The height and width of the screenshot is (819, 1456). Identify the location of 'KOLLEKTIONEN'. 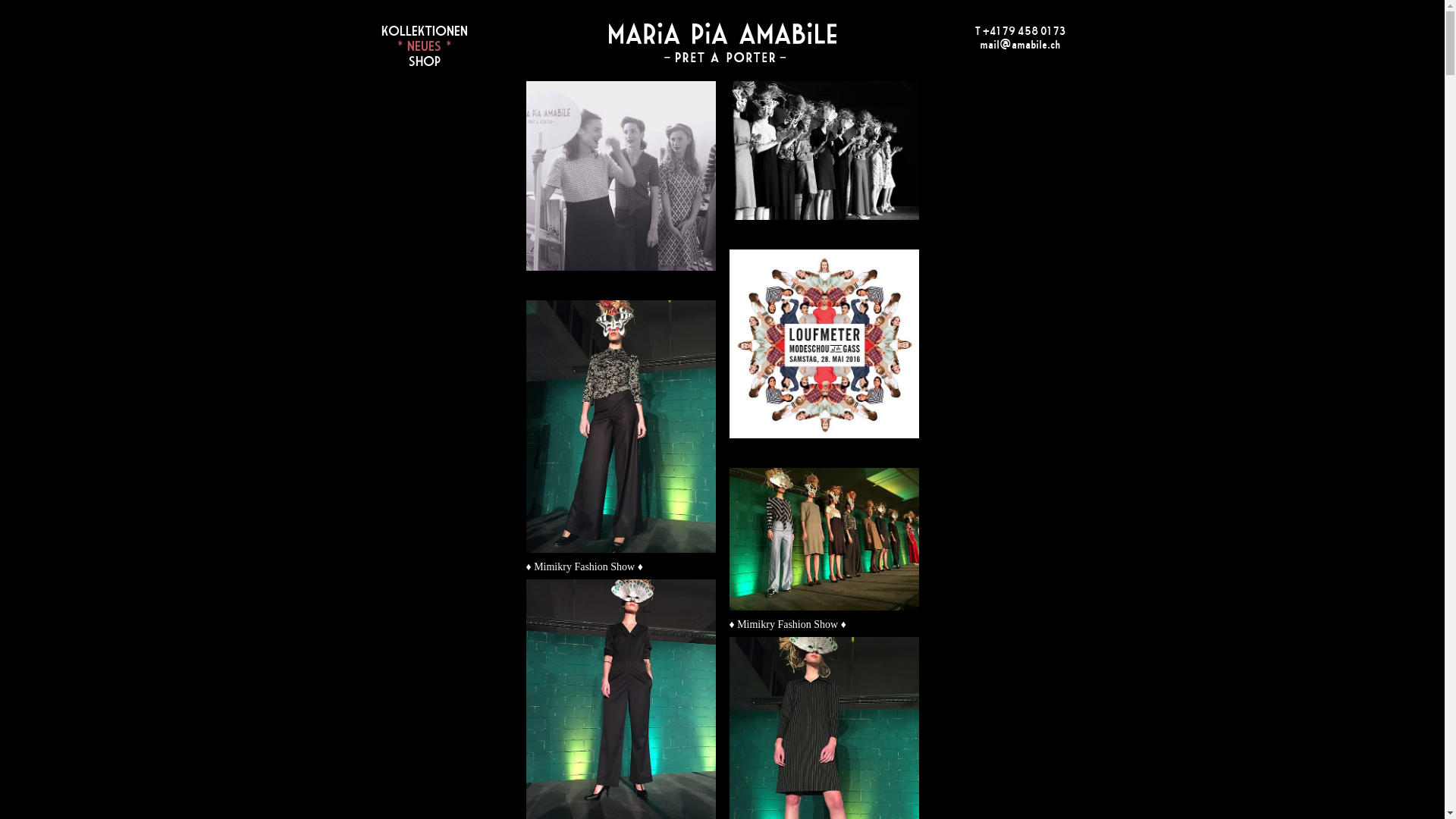
(381, 31).